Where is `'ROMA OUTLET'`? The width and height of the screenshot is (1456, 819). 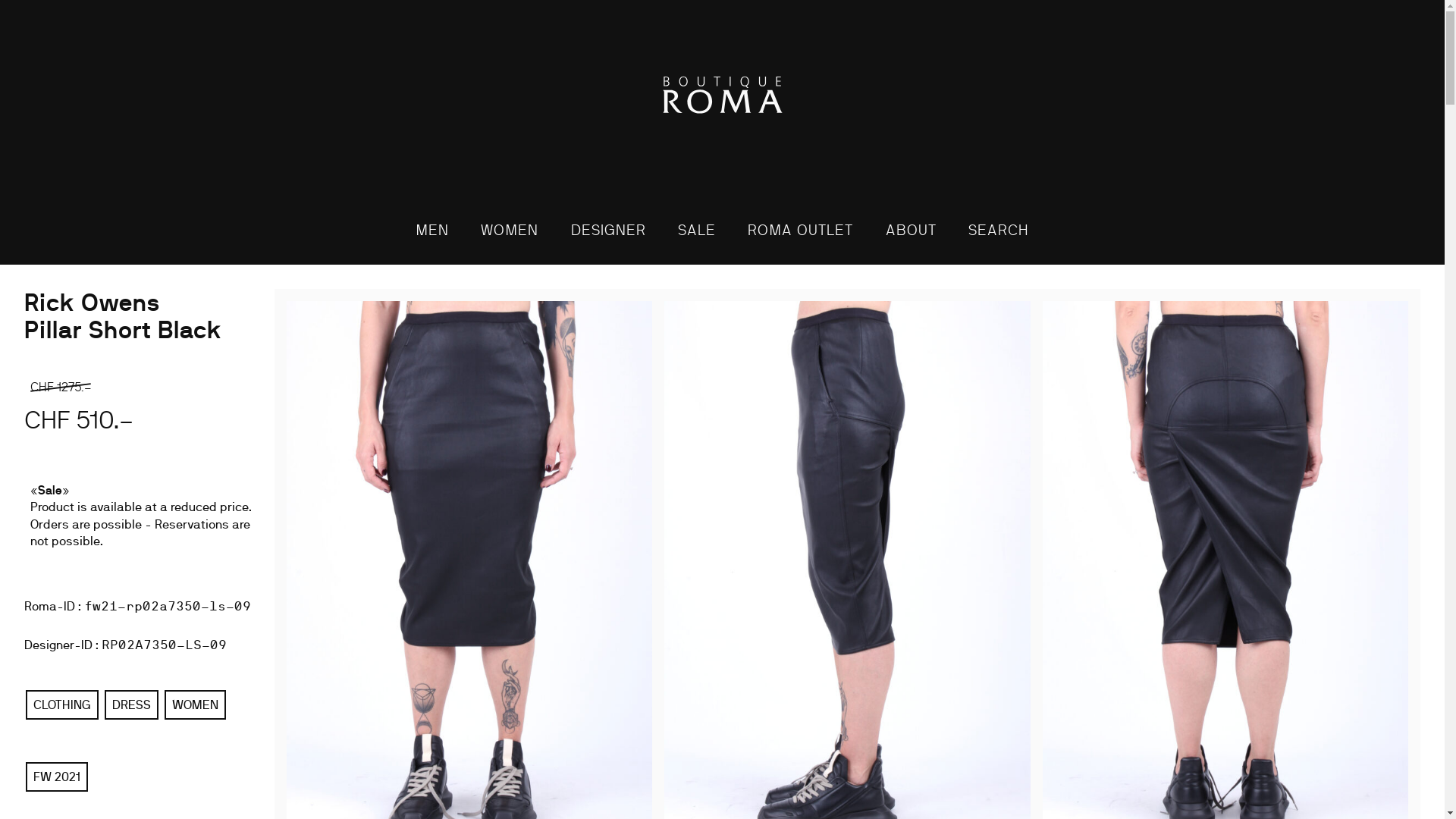 'ROMA OUTLET' is located at coordinates (799, 230).